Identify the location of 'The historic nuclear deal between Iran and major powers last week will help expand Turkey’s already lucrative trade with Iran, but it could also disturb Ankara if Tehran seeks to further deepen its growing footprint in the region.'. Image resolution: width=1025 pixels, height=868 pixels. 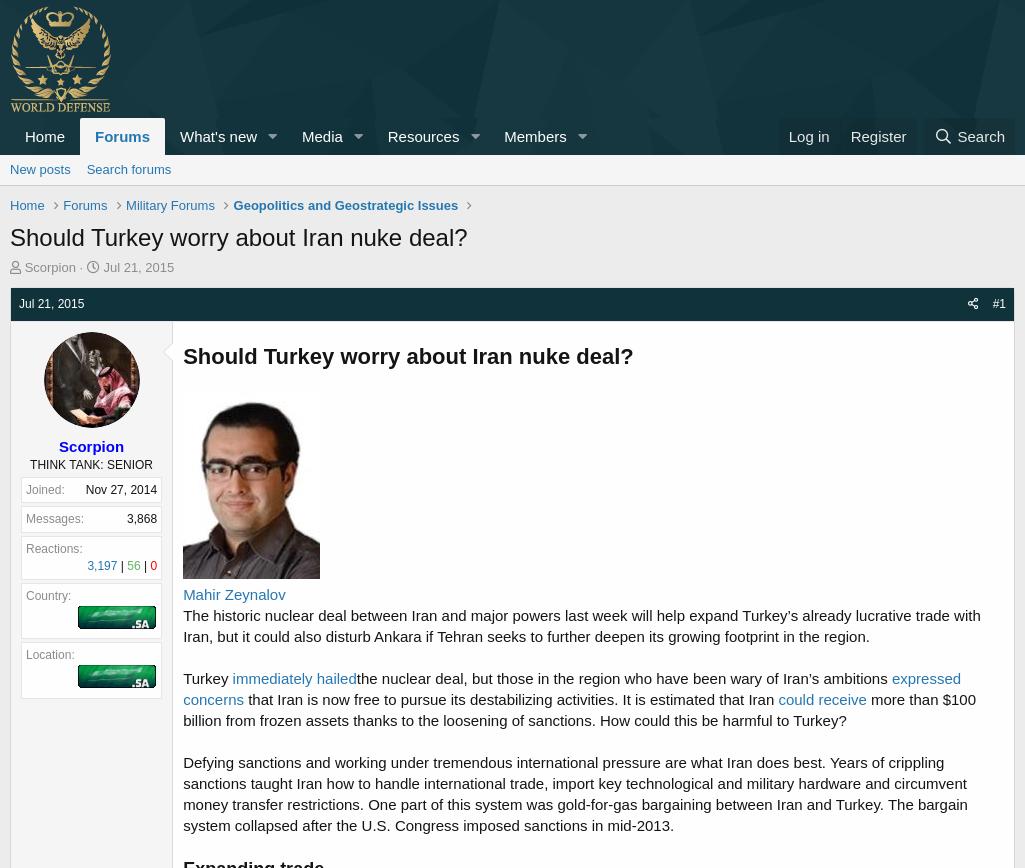
(581, 626).